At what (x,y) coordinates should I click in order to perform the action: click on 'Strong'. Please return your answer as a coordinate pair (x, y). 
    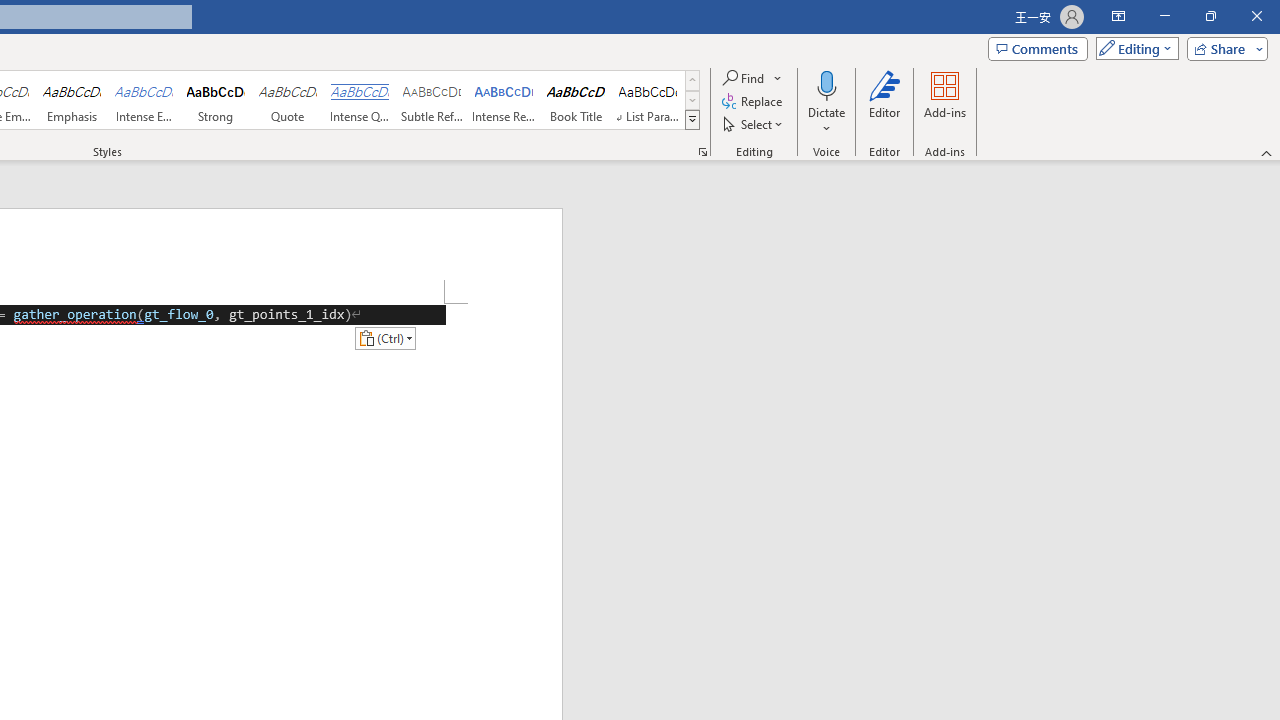
    Looking at the image, I should click on (216, 100).